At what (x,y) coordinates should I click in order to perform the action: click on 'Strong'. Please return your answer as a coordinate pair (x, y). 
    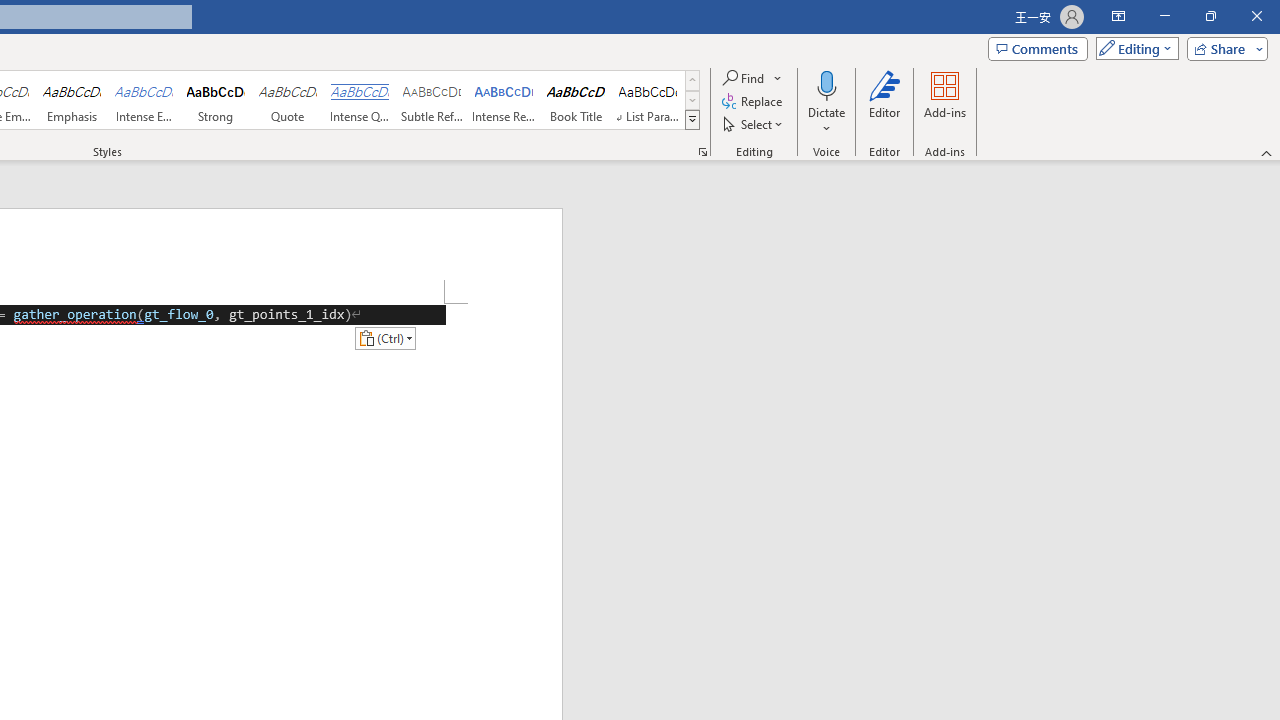
    Looking at the image, I should click on (216, 100).